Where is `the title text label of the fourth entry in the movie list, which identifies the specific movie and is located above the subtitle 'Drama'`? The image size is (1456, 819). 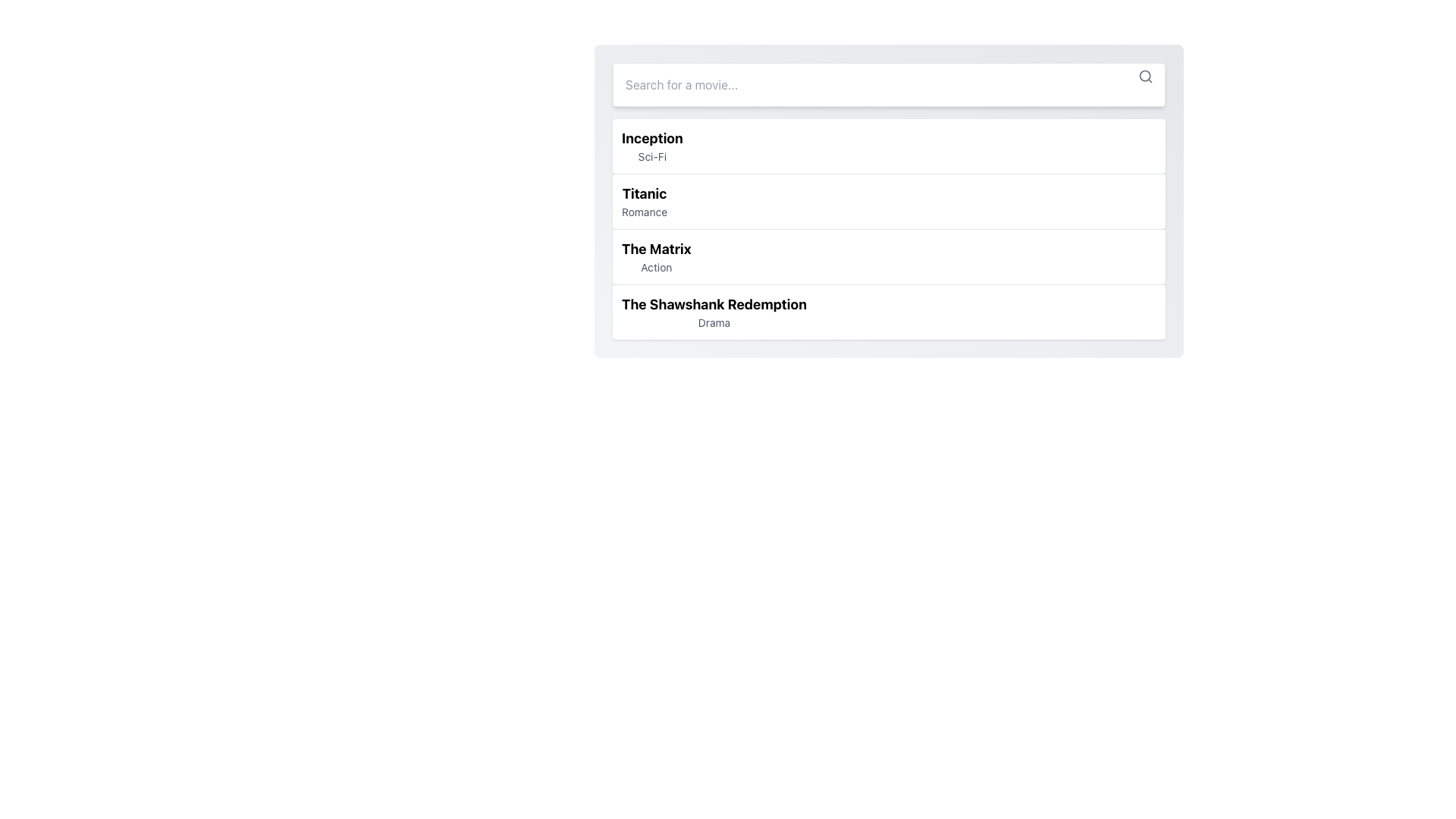 the title text label of the fourth entry in the movie list, which identifies the specific movie and is located above the subtitle 'Drama' is located at coordinates (713, 304).